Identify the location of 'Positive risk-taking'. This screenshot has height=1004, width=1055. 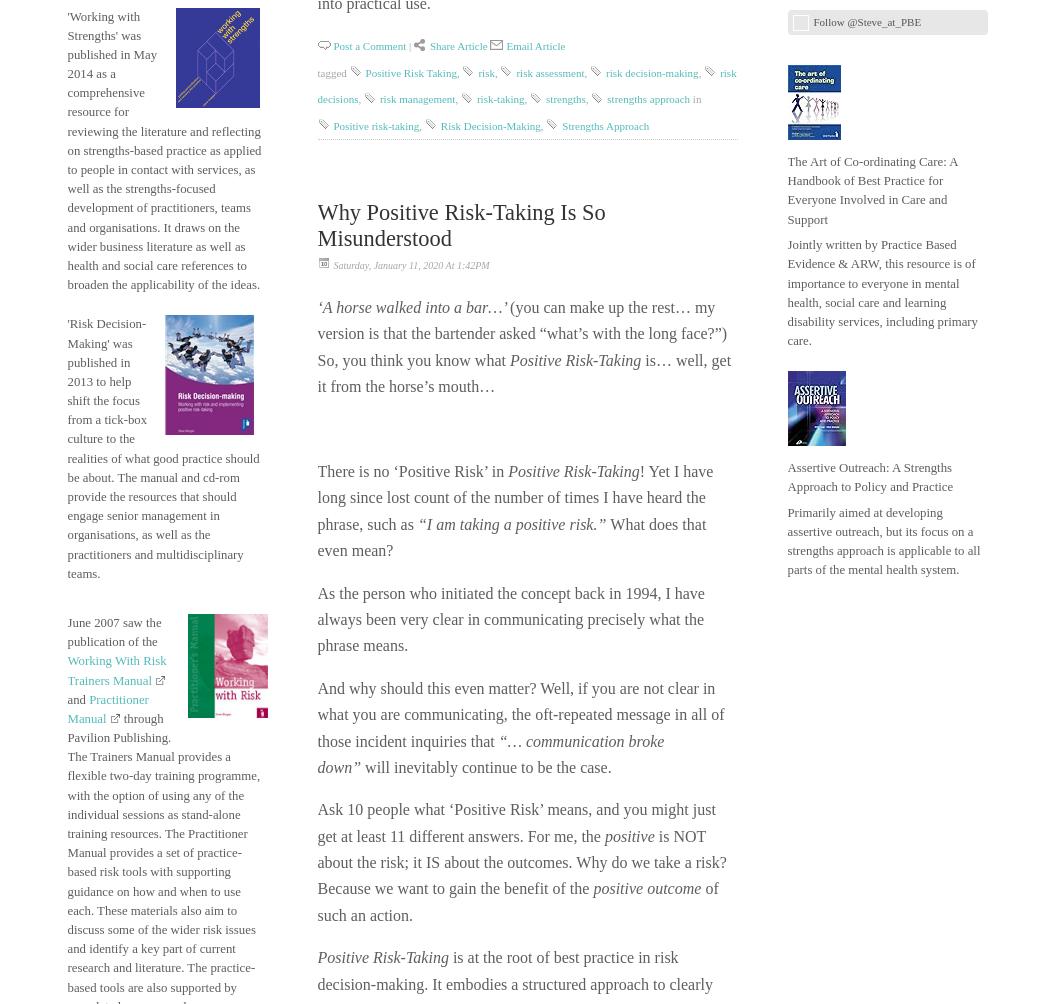
(376, 124).